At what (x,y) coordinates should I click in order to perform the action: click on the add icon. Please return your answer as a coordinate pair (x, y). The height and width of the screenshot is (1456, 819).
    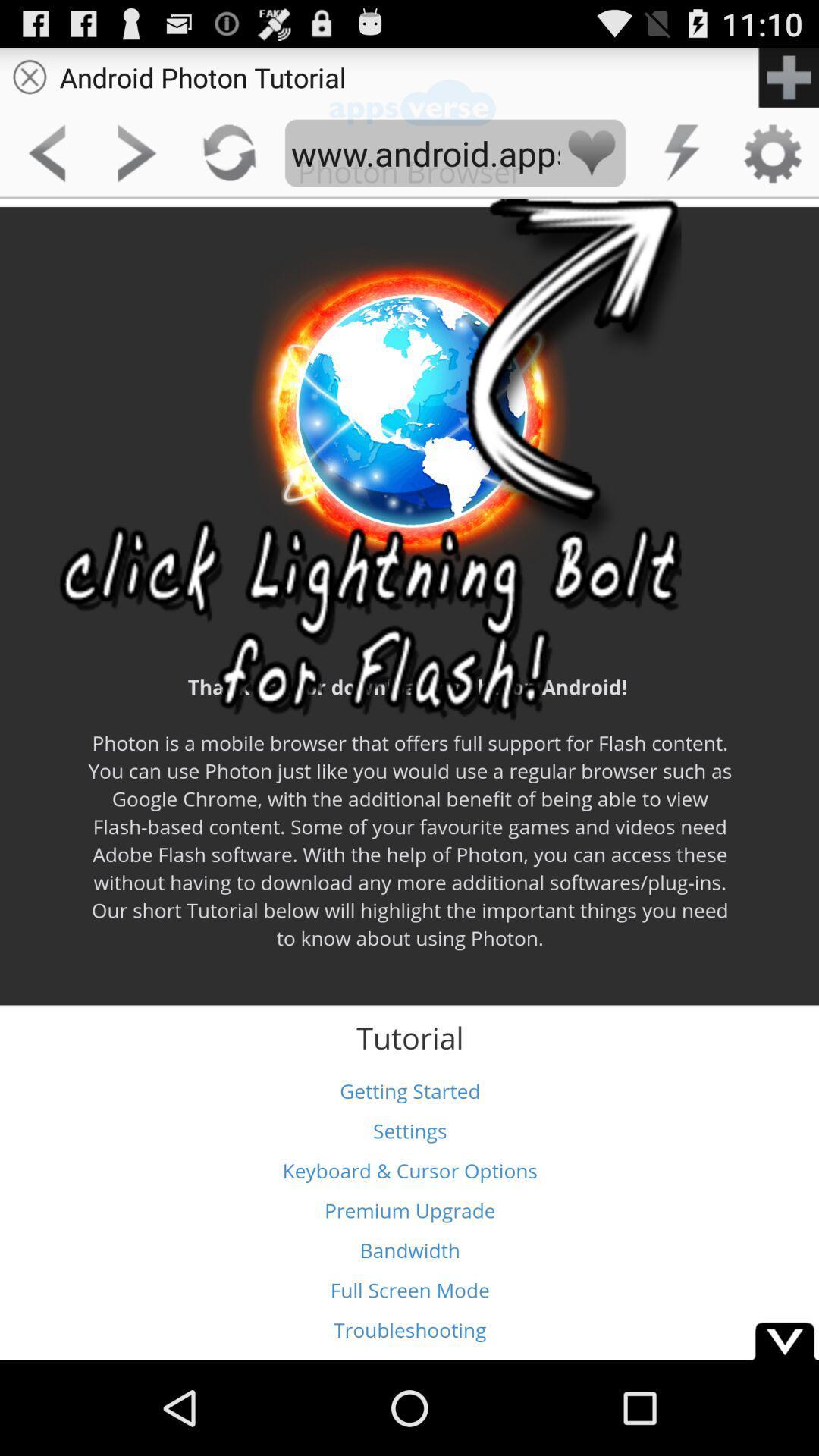
    Looking at the image, I should click on (788, 82).